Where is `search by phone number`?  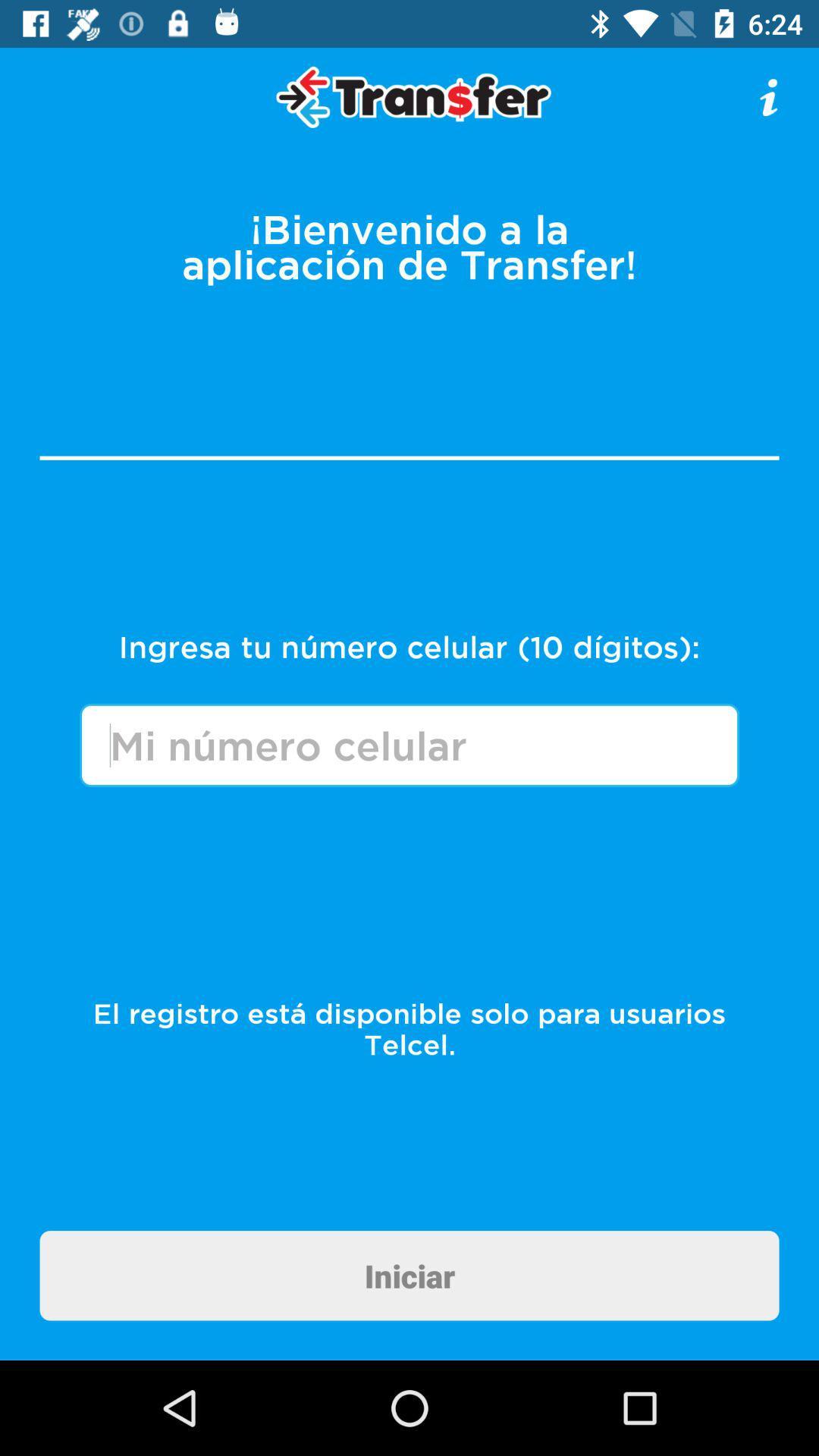 search by phone number is located at coordinates (409, 745).